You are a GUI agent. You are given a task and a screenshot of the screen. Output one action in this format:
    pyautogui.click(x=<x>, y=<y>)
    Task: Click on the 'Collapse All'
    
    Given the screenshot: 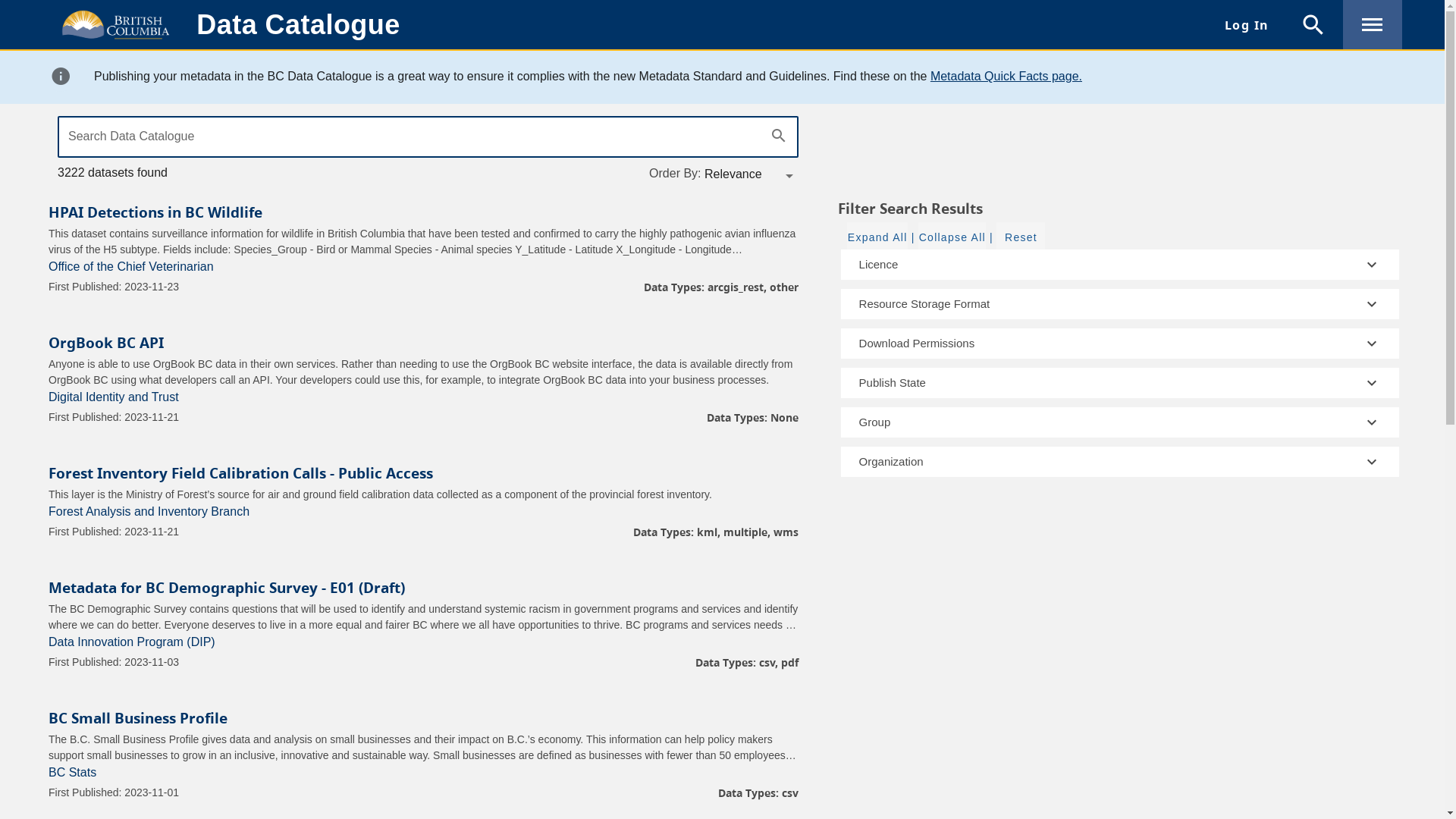 What is the action you would take?
    pyautogui.click(x=950, y=237)
    